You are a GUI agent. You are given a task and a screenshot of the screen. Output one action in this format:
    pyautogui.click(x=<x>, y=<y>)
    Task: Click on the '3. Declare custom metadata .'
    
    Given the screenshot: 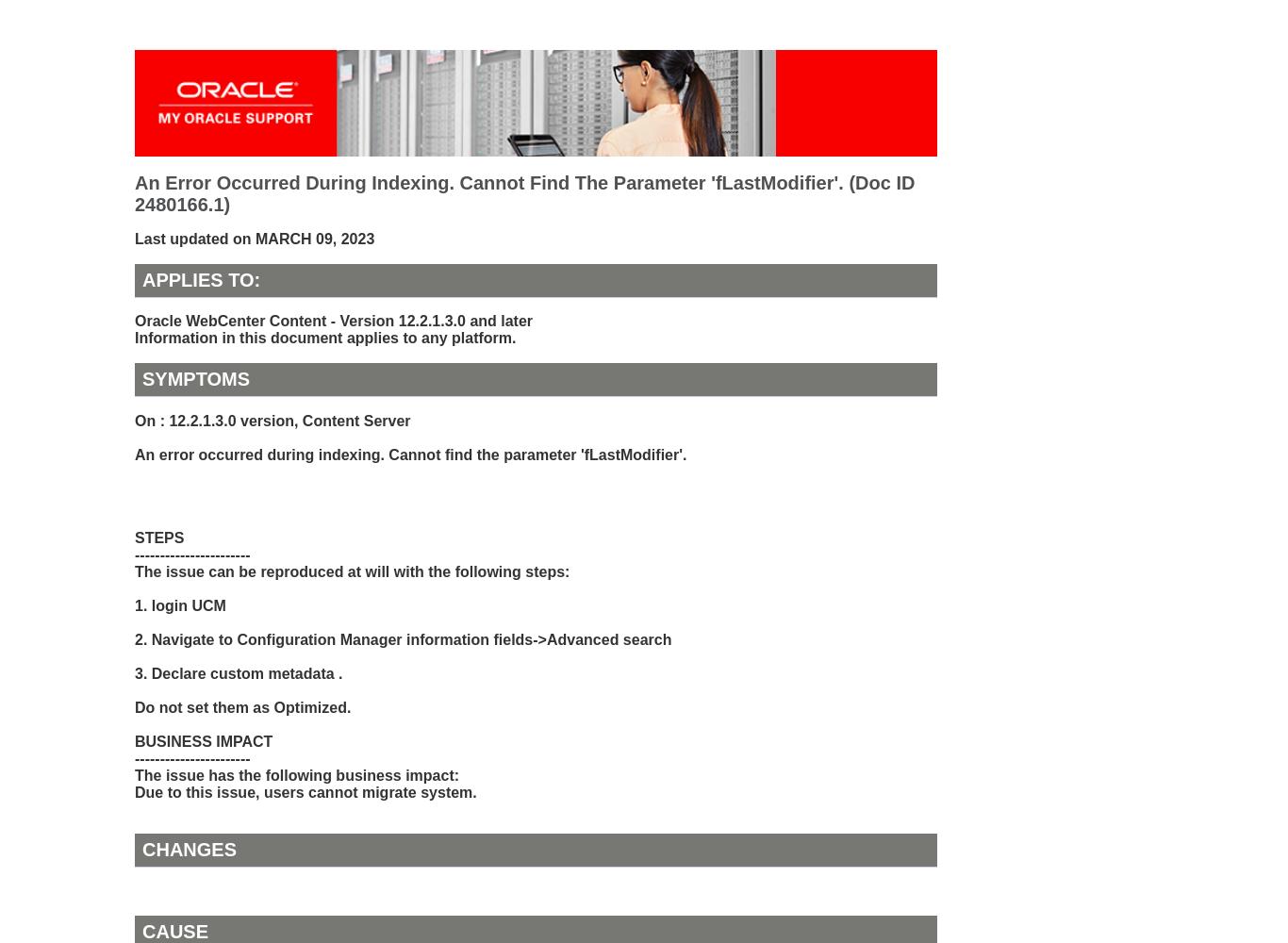 What is the action you would take?
    pyautogui.click(x=134, y=671)
    